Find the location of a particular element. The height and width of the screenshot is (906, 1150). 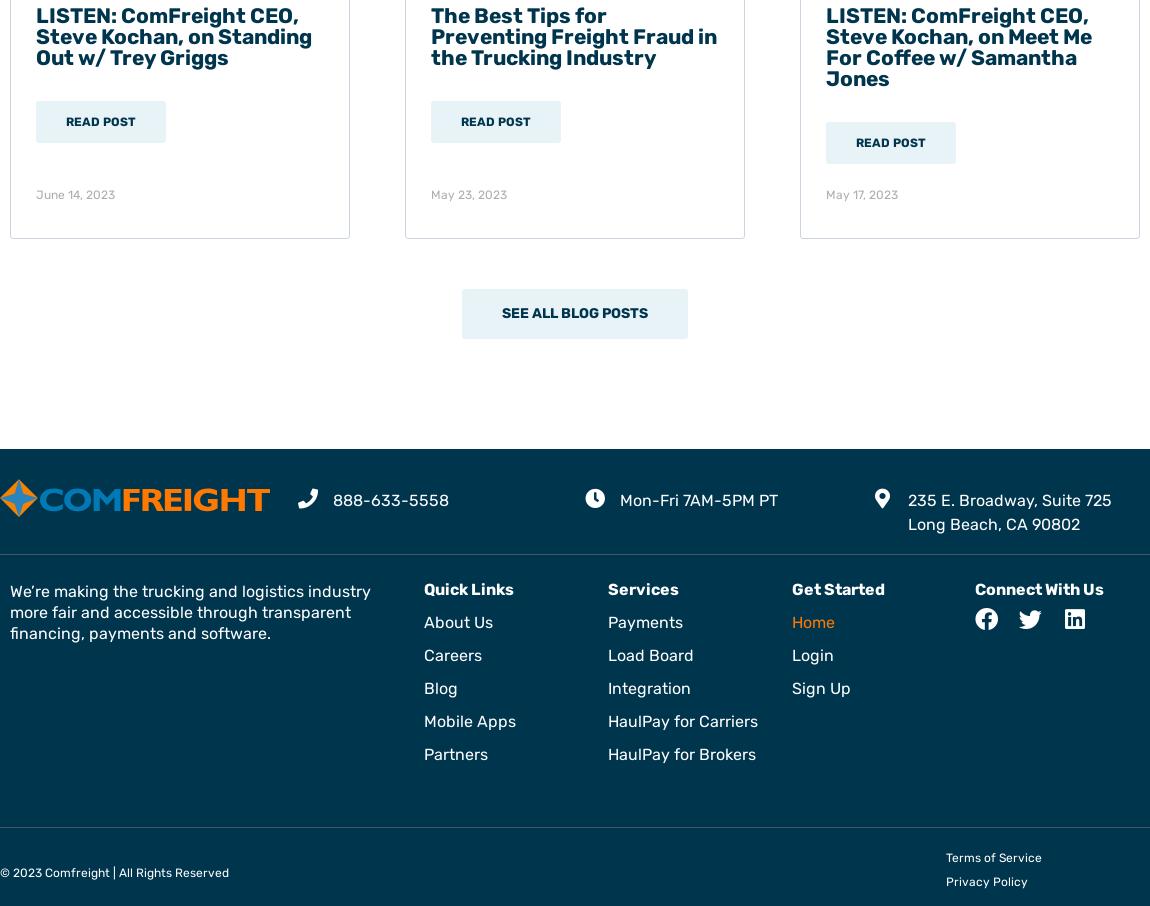

'Sign Up' is located at coordinates (791, 688).